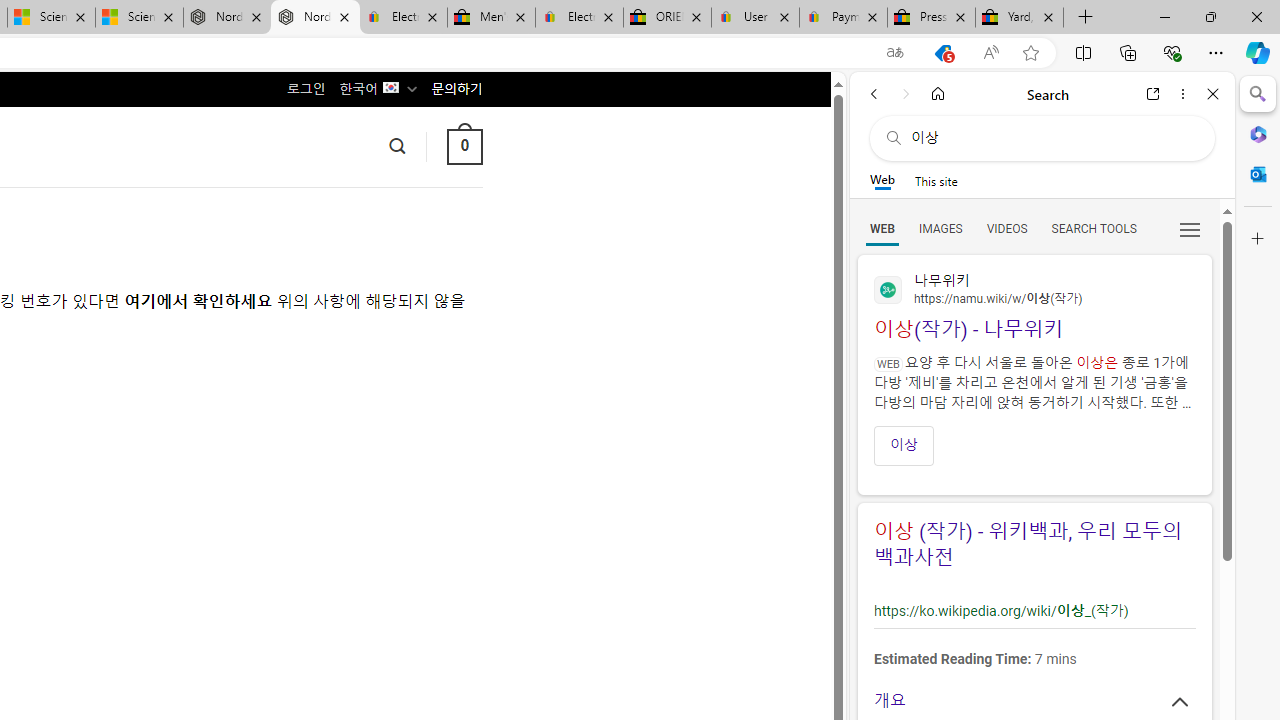 This screenshot has width=1280, height=720. Describe the element at coordinates (881, 227) in the screenshot. I see `'WEB  '` at that location.